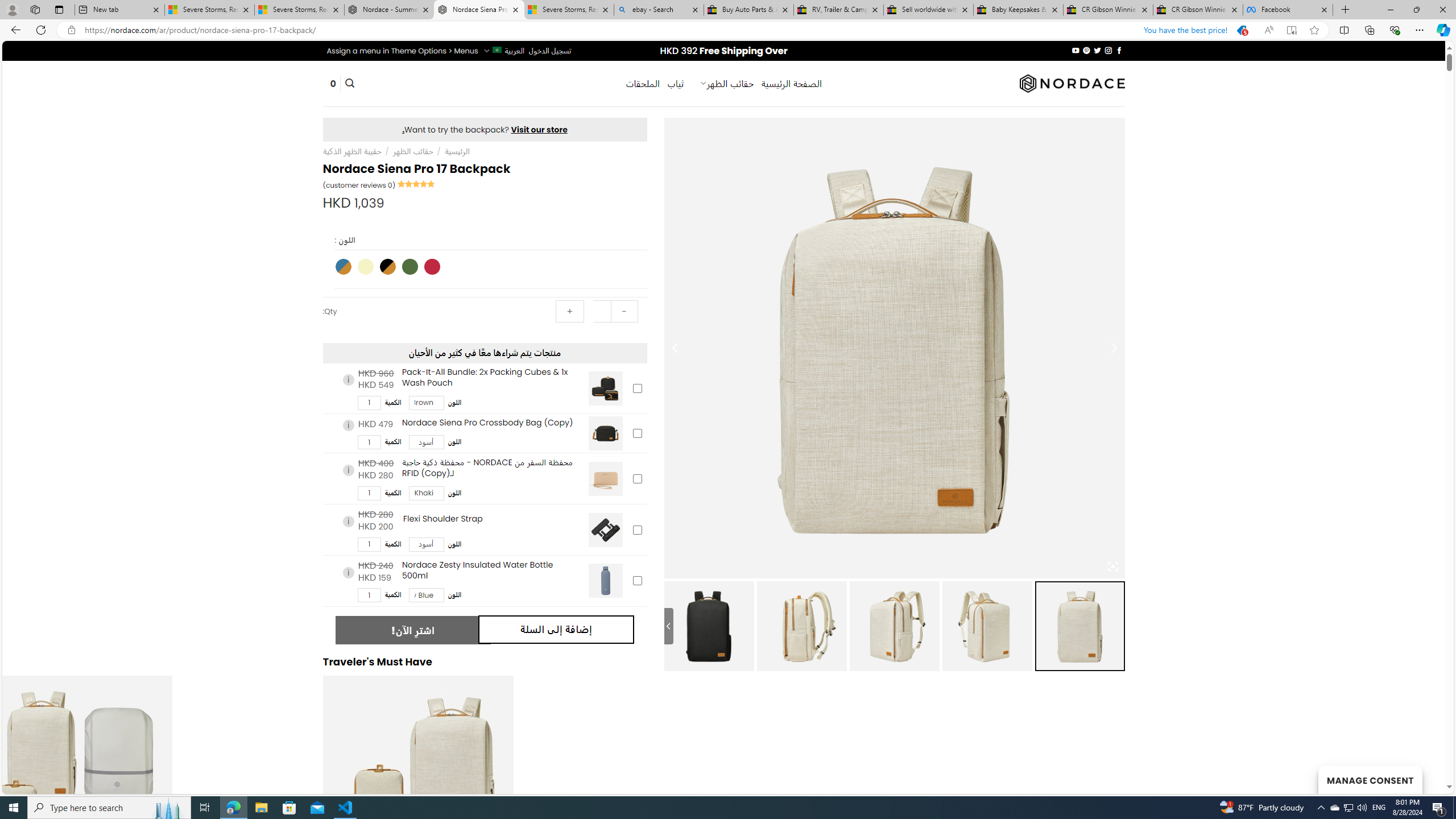 This screenshot has width=1456, height=819. What do you see at coordinates (1370, 779) in the screenshot?
I see `'MANAGE CONSENT'` at bounding box center [1370, 779].